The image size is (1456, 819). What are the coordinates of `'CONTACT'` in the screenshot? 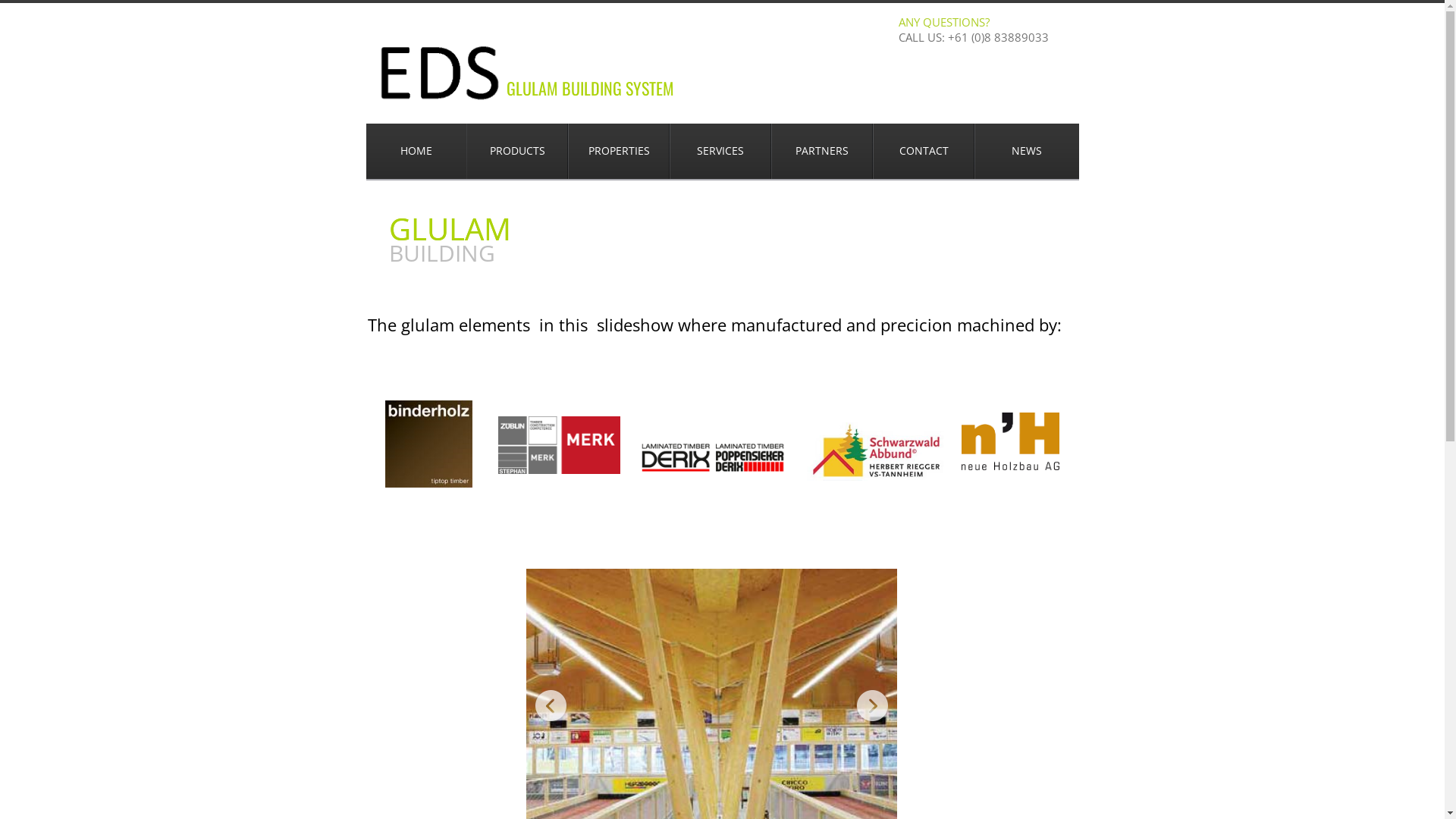 It's located at (874, 151).